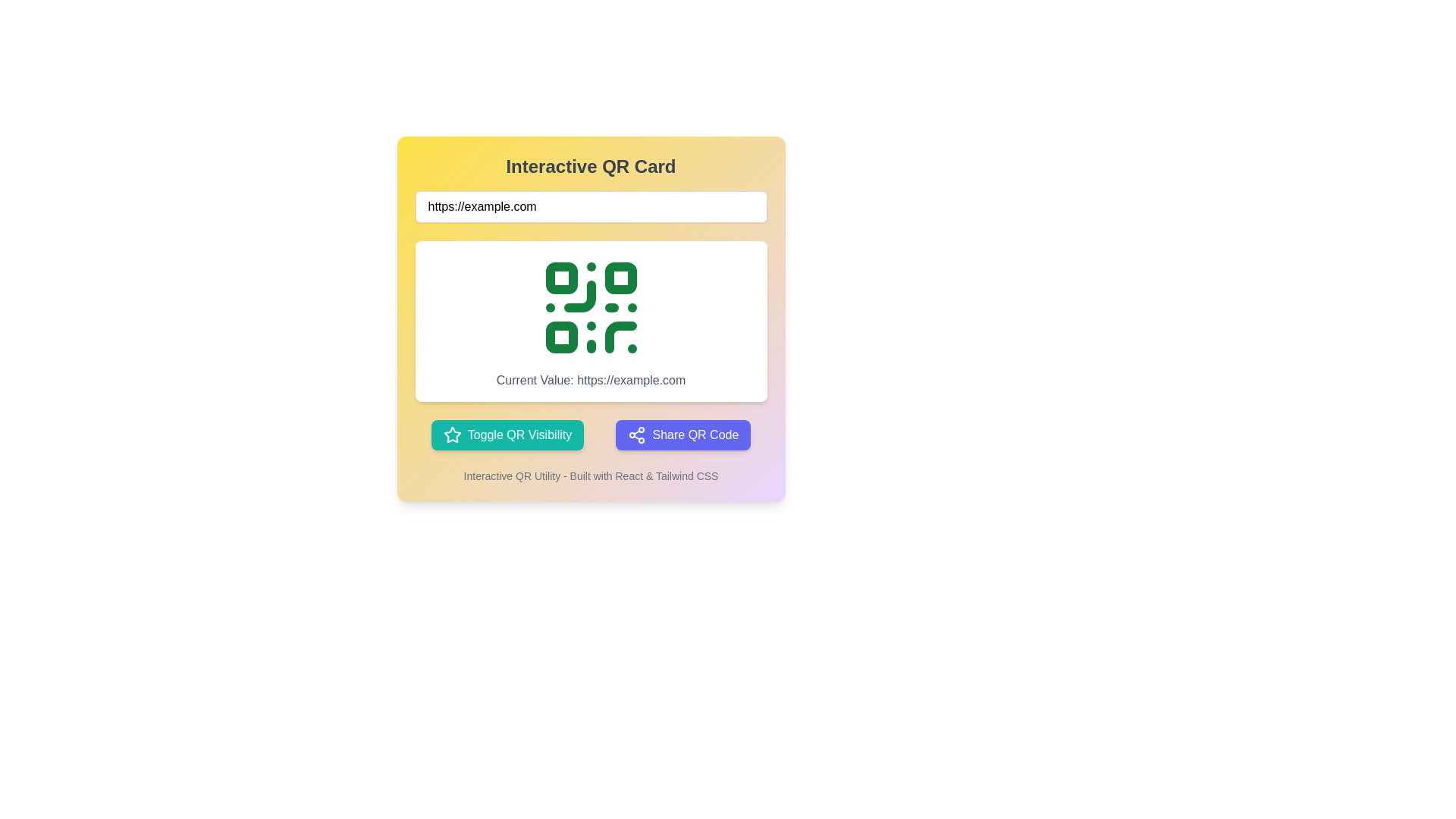  I want to click on the visual cue provided by the icon next to the 'Toggle QR Visibility' button's text, so click(451, 435).